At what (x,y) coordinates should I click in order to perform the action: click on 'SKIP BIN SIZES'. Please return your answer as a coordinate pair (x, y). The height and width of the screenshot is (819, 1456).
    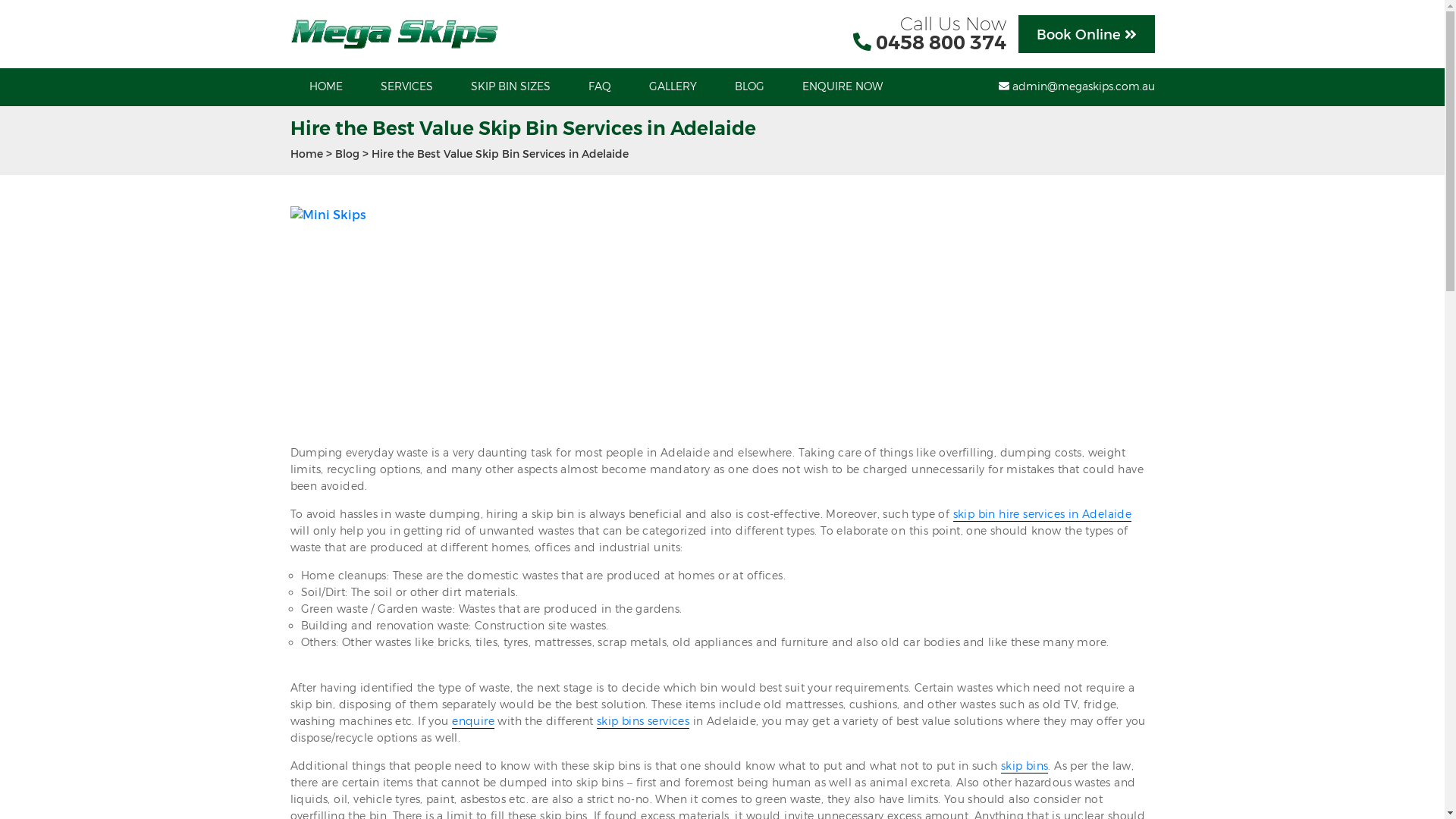
    Looking at the image, I should click on (510, 87).